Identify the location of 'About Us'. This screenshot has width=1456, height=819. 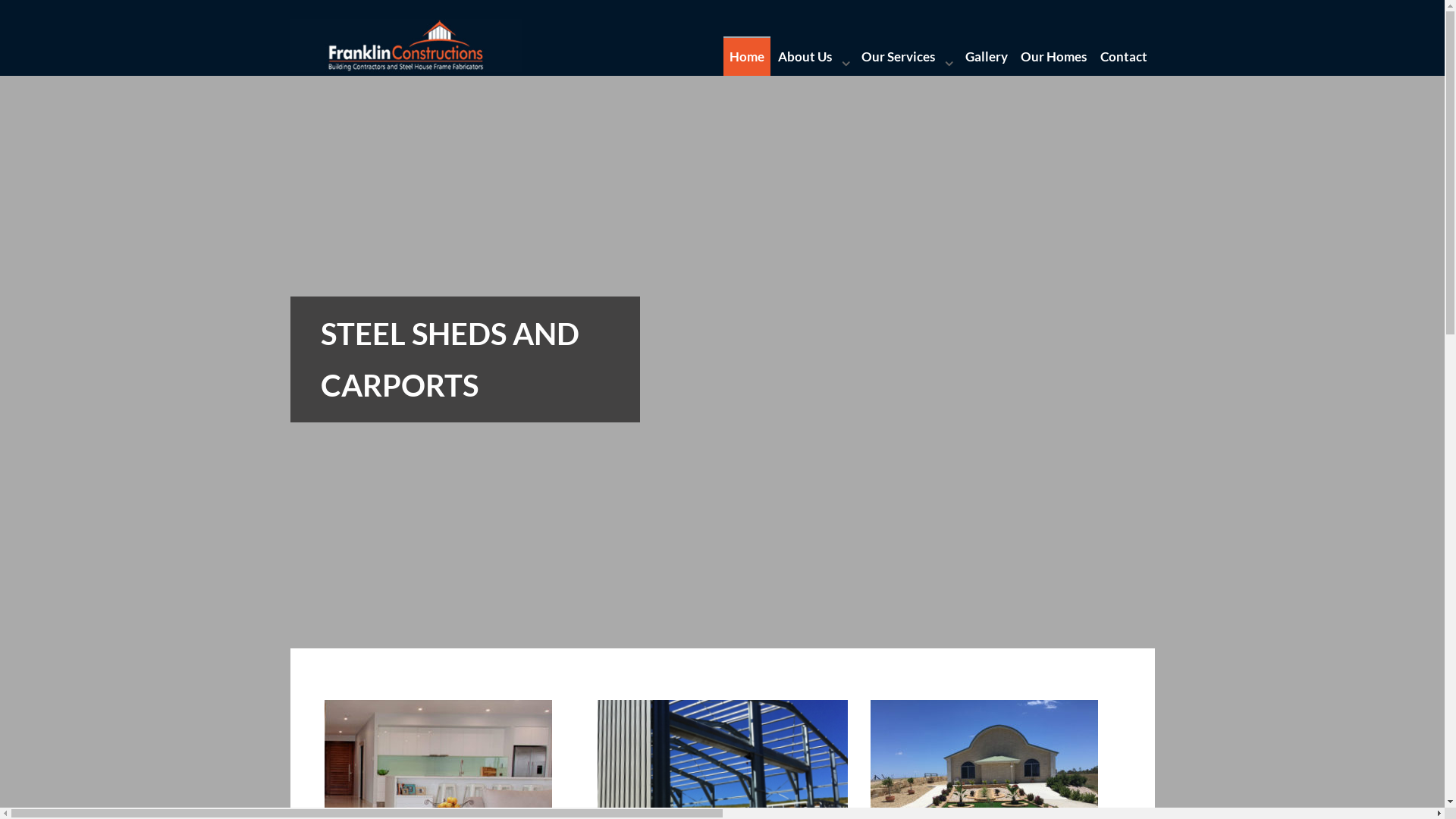
(811, 55).